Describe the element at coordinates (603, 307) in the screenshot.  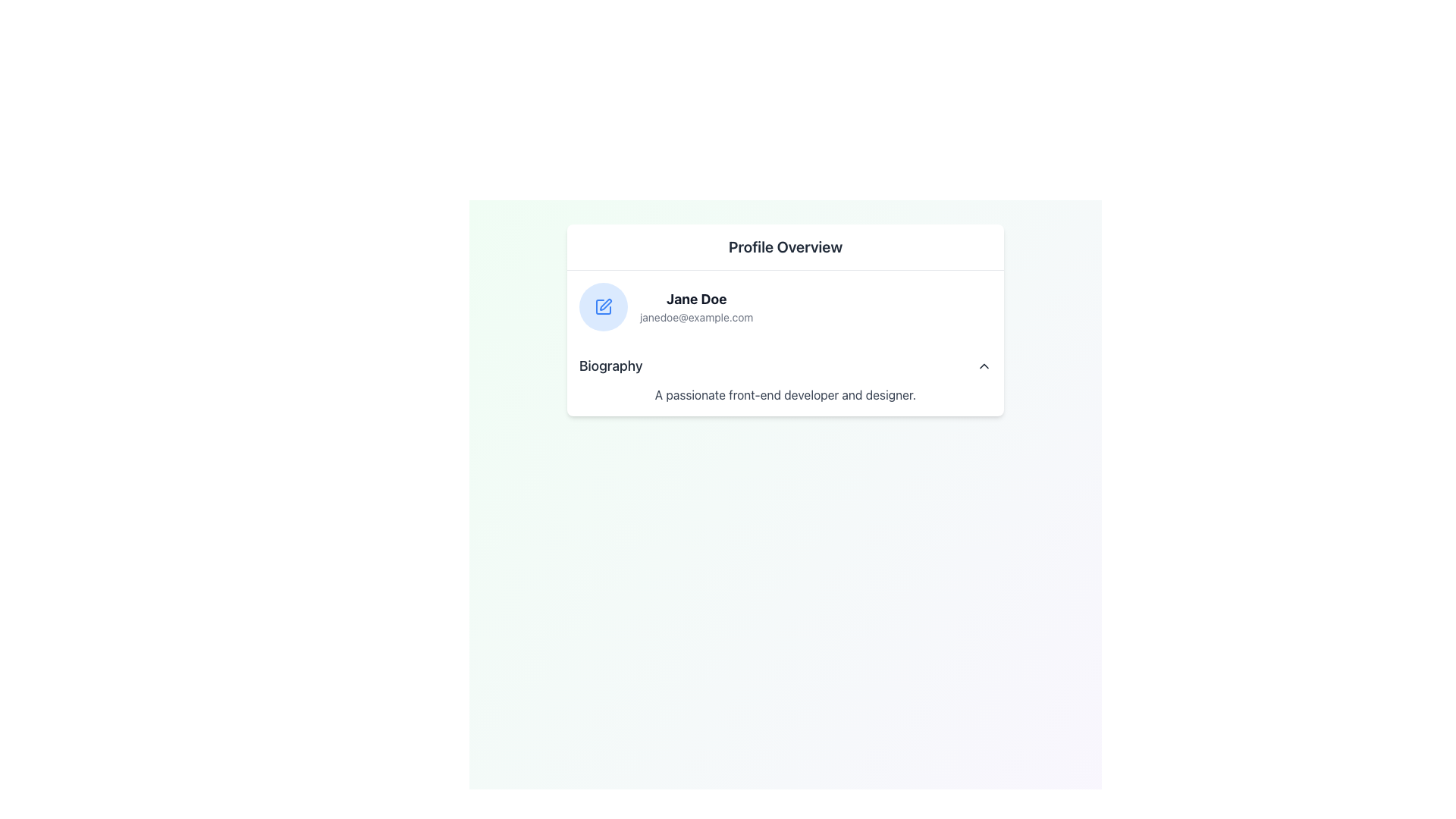
I see `the edit icon within a circular, blue-tinted background located to the left of the 'Jane Doe' text in the profile card` at that location.